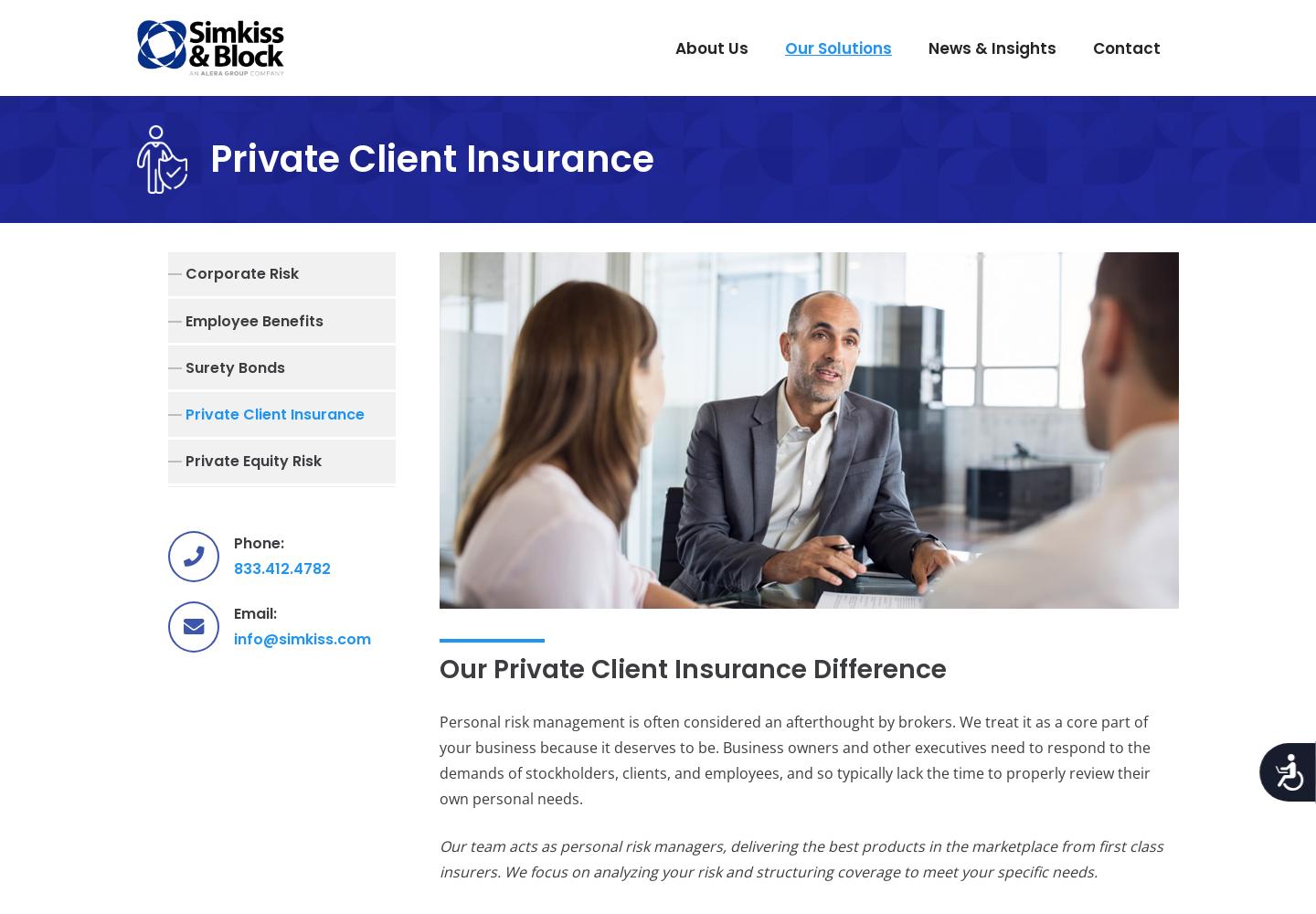 Image resolution: width=1316 pixels, height=914 pixels. I want to click on '833.412.4782', so click(281, 567).